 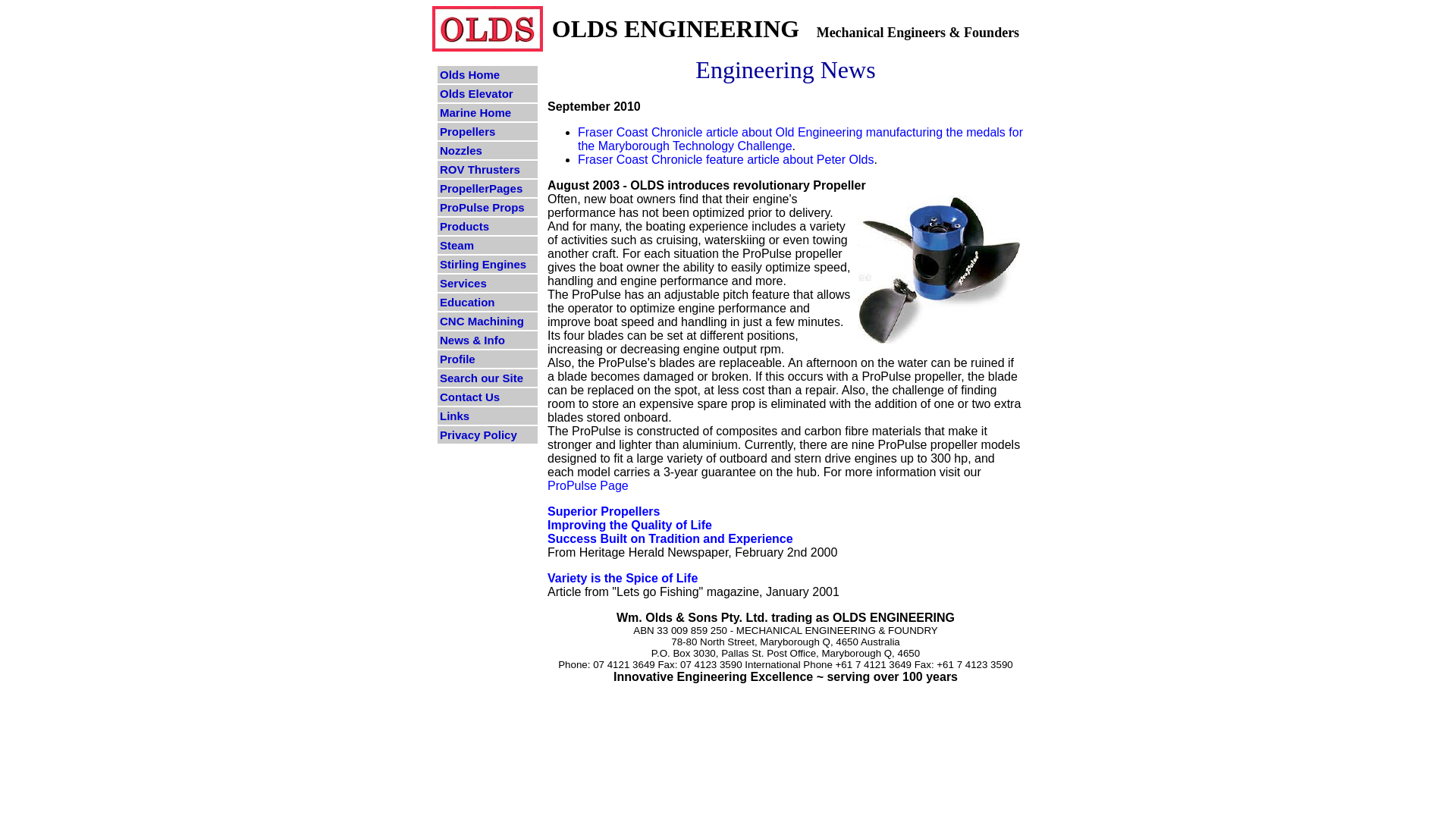 I want to click on 'Products', so click(x=488, y=226).